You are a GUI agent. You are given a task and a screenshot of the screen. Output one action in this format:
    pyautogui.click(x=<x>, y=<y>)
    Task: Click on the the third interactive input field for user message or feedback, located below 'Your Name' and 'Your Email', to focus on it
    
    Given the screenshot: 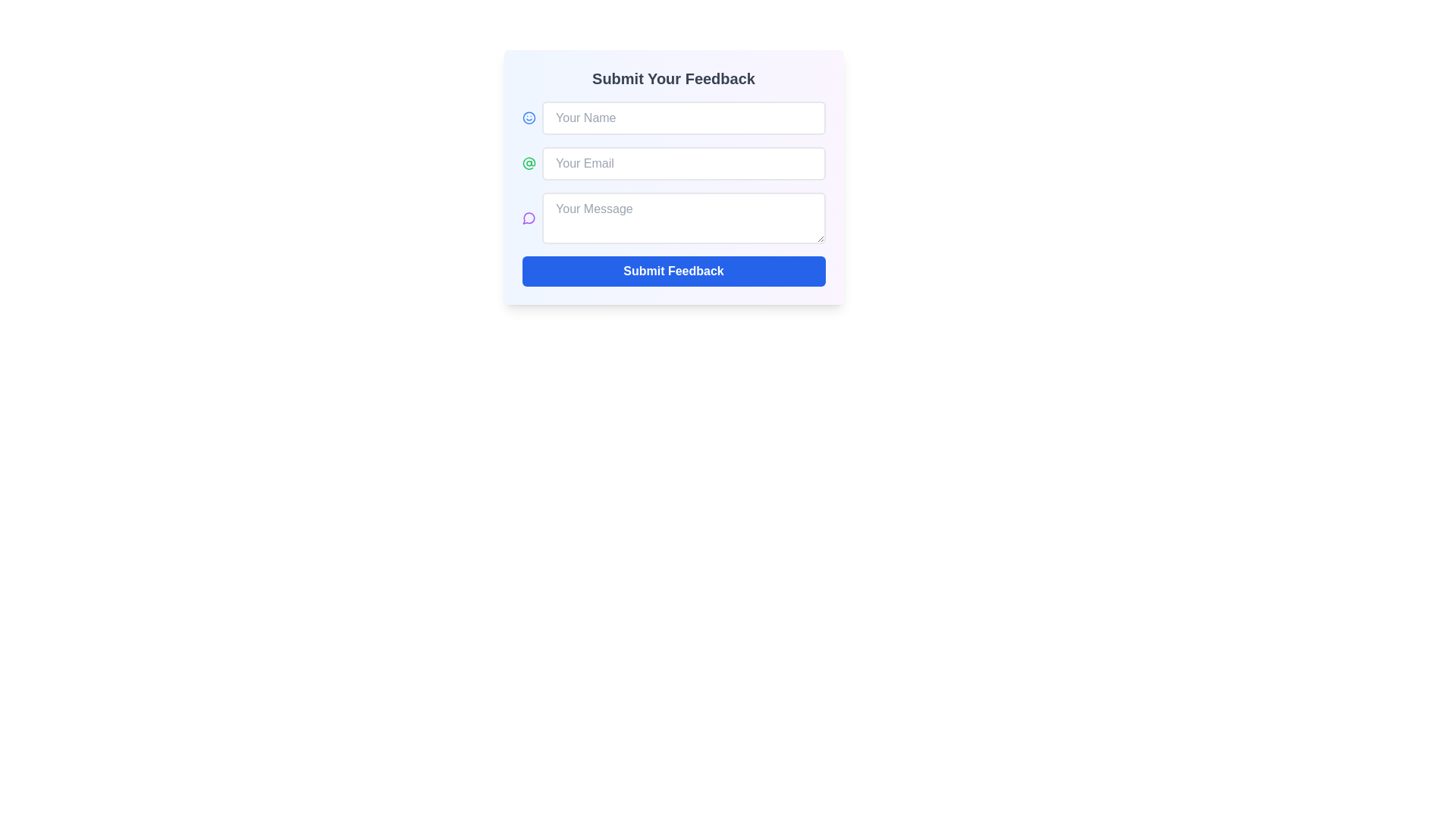 What is the action you would take?
    pyautogui.click(x=673, y=218)
    